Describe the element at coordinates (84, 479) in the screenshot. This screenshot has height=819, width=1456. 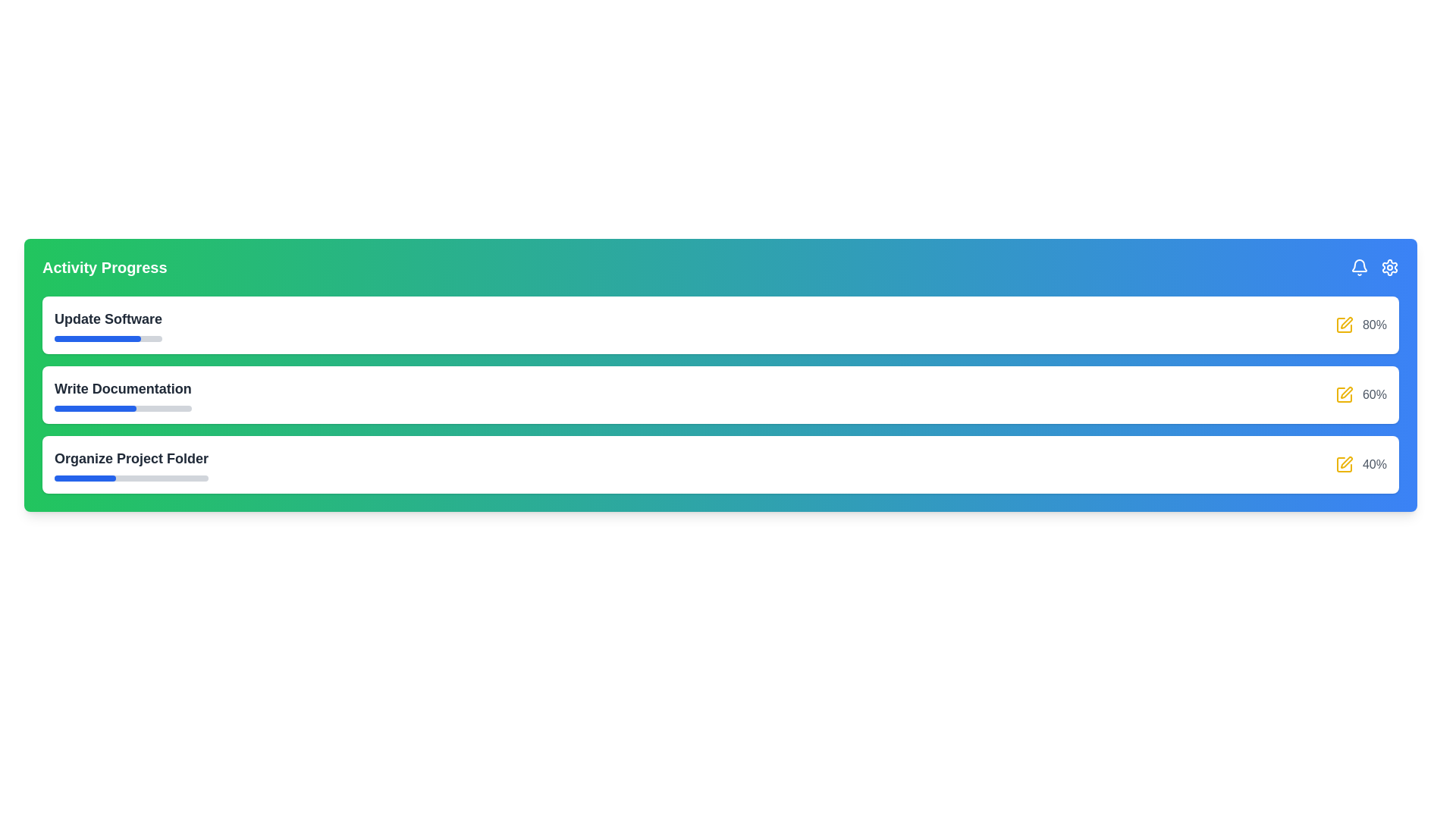
I see `the visual progress representation of the Progress Bar Segment indicating 40% completion for the task 'Organize Project Folder'` at that location.